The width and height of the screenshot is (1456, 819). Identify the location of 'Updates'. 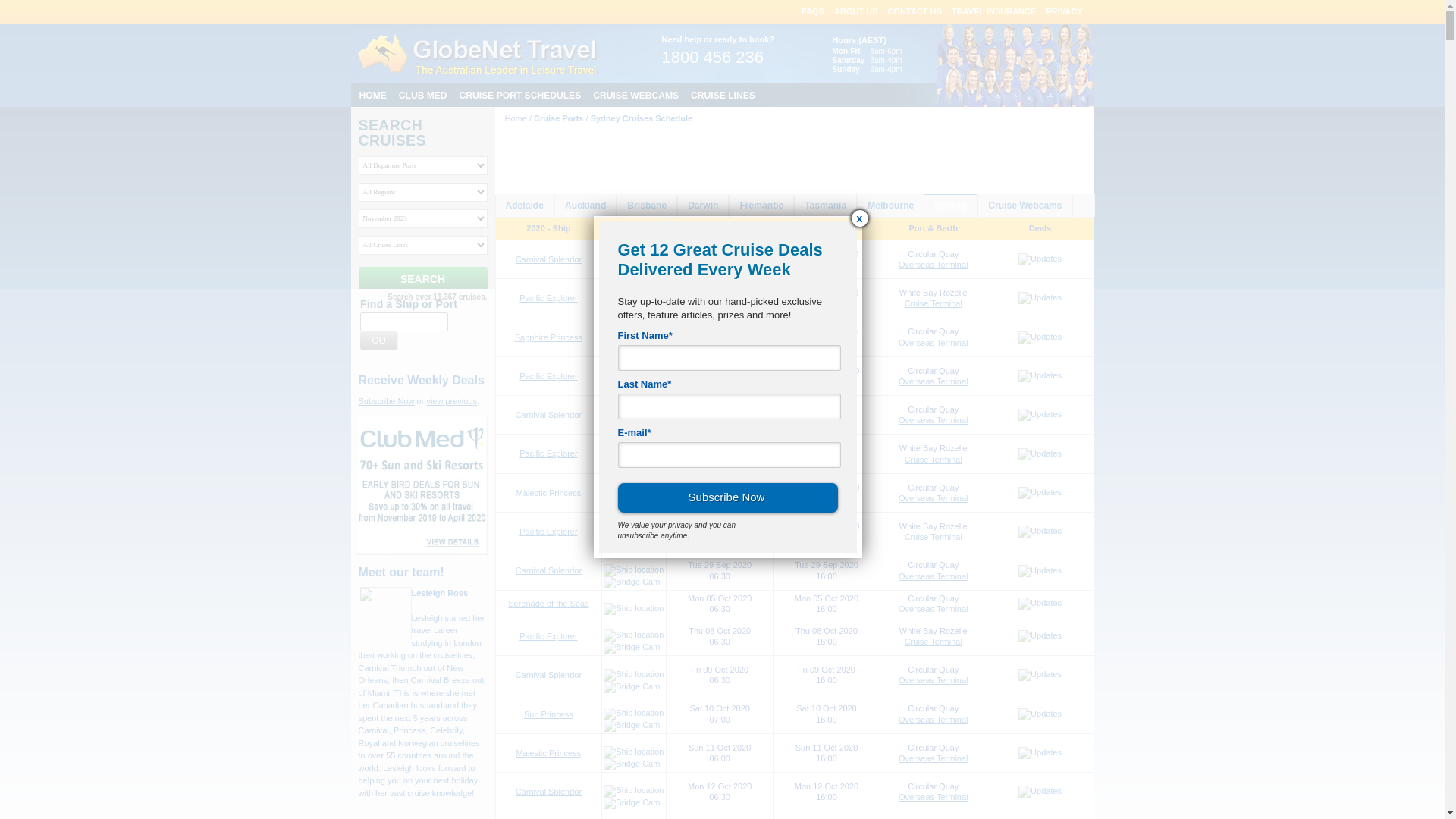
(1018, 752).